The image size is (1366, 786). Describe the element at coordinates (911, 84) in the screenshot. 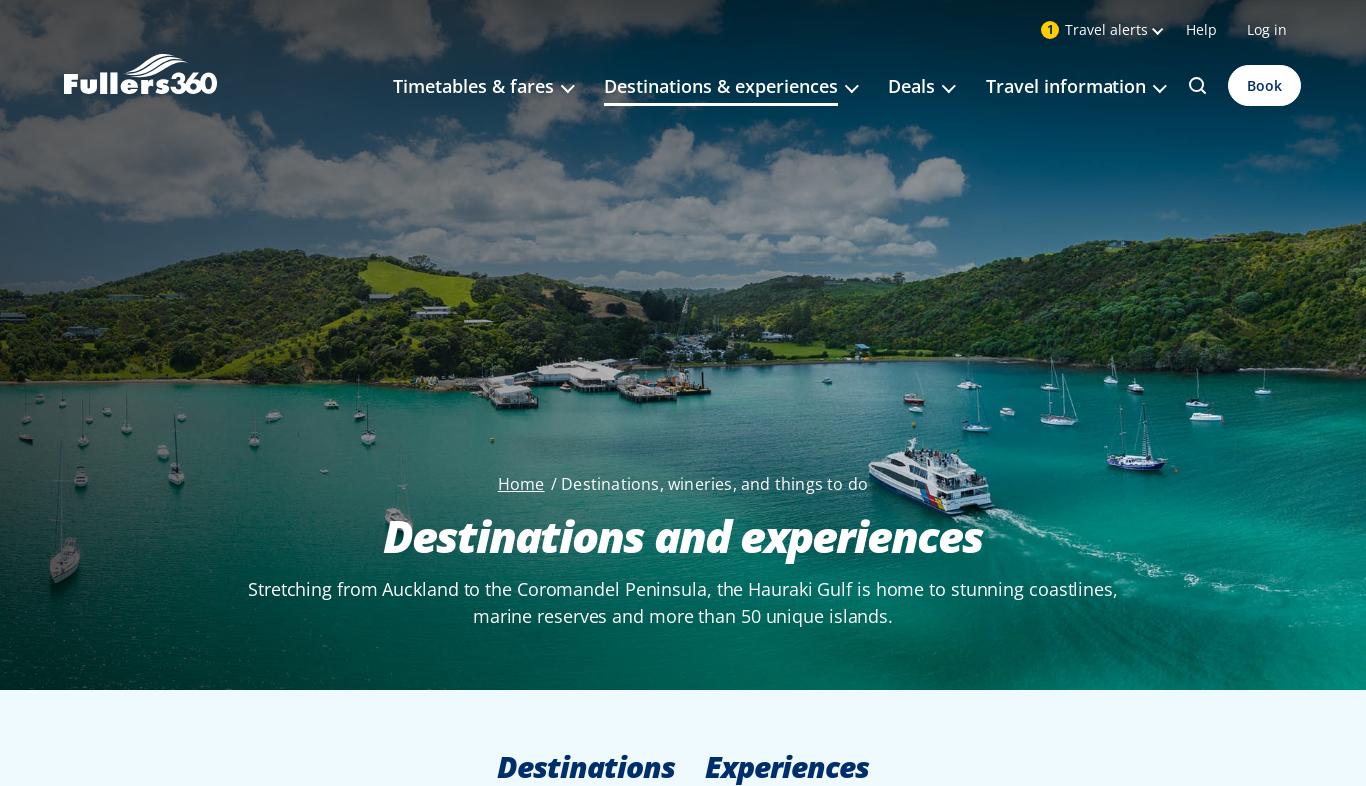

I see `'Deals'` at that location.